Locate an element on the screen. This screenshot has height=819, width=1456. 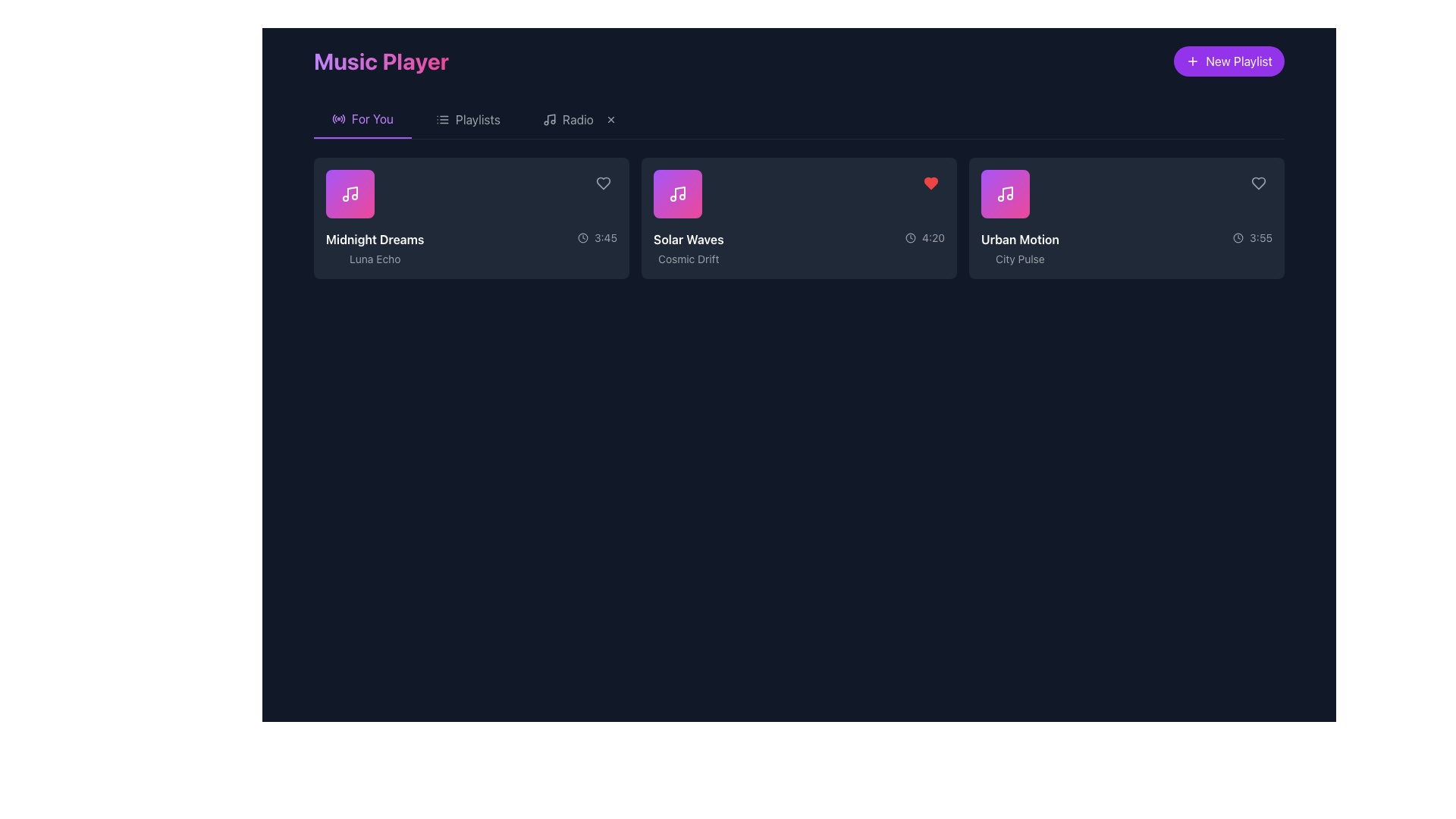
the music track item card that displays the track's title, artist or album, and duration, located in the second column of a grid layout is located at coordinates (799, 218).